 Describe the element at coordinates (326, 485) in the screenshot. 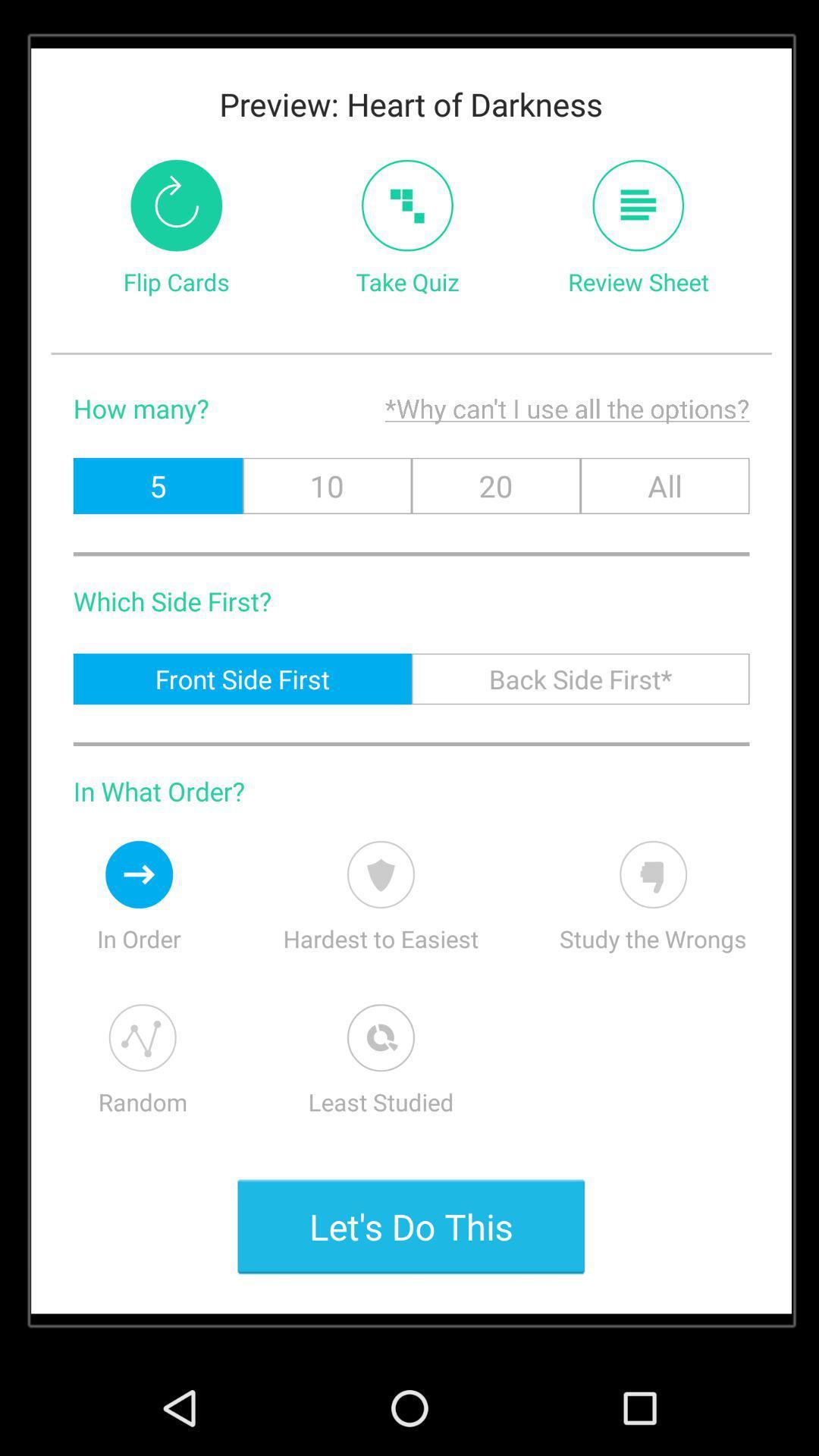

I see `the item next to 5 icon` at that location.